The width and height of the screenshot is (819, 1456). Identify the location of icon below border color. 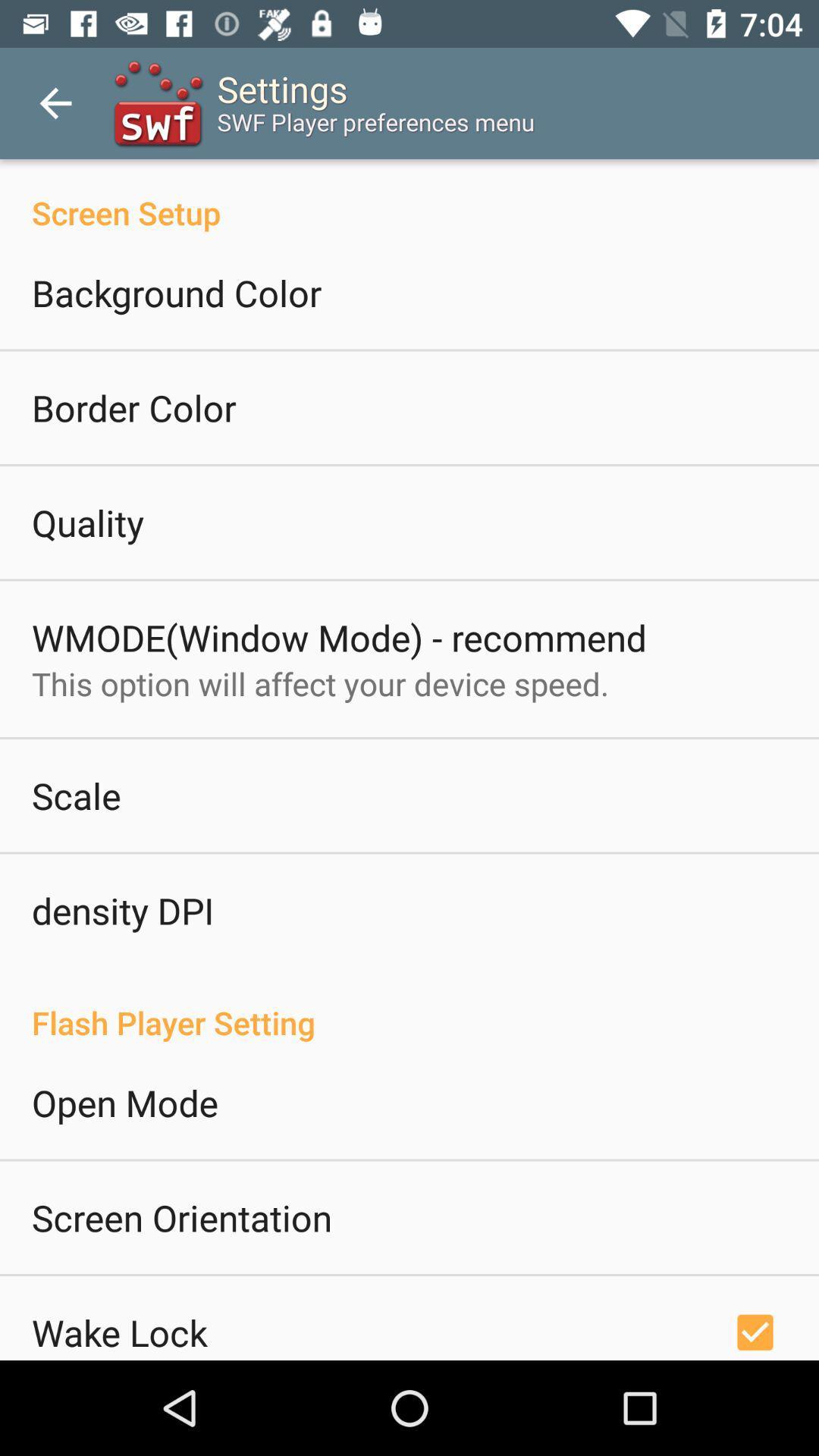
(87, 522).